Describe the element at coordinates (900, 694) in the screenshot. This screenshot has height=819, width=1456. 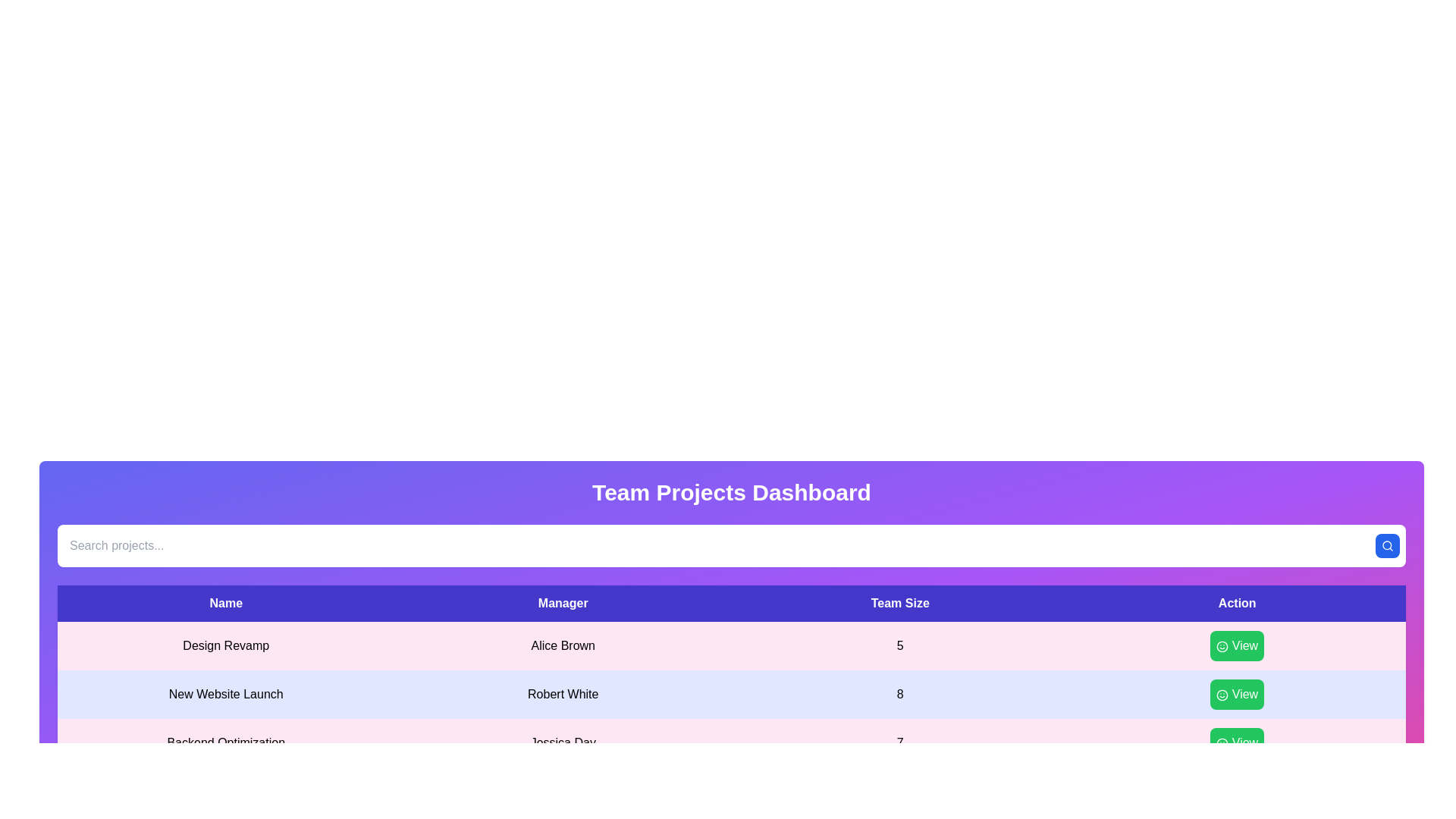
I see `the Text Label displaying the number '8' in bold typeface, located in the 'Team Size' column of the second row for the 'New Website Launch' project managed by 'Robert White'` at that location.